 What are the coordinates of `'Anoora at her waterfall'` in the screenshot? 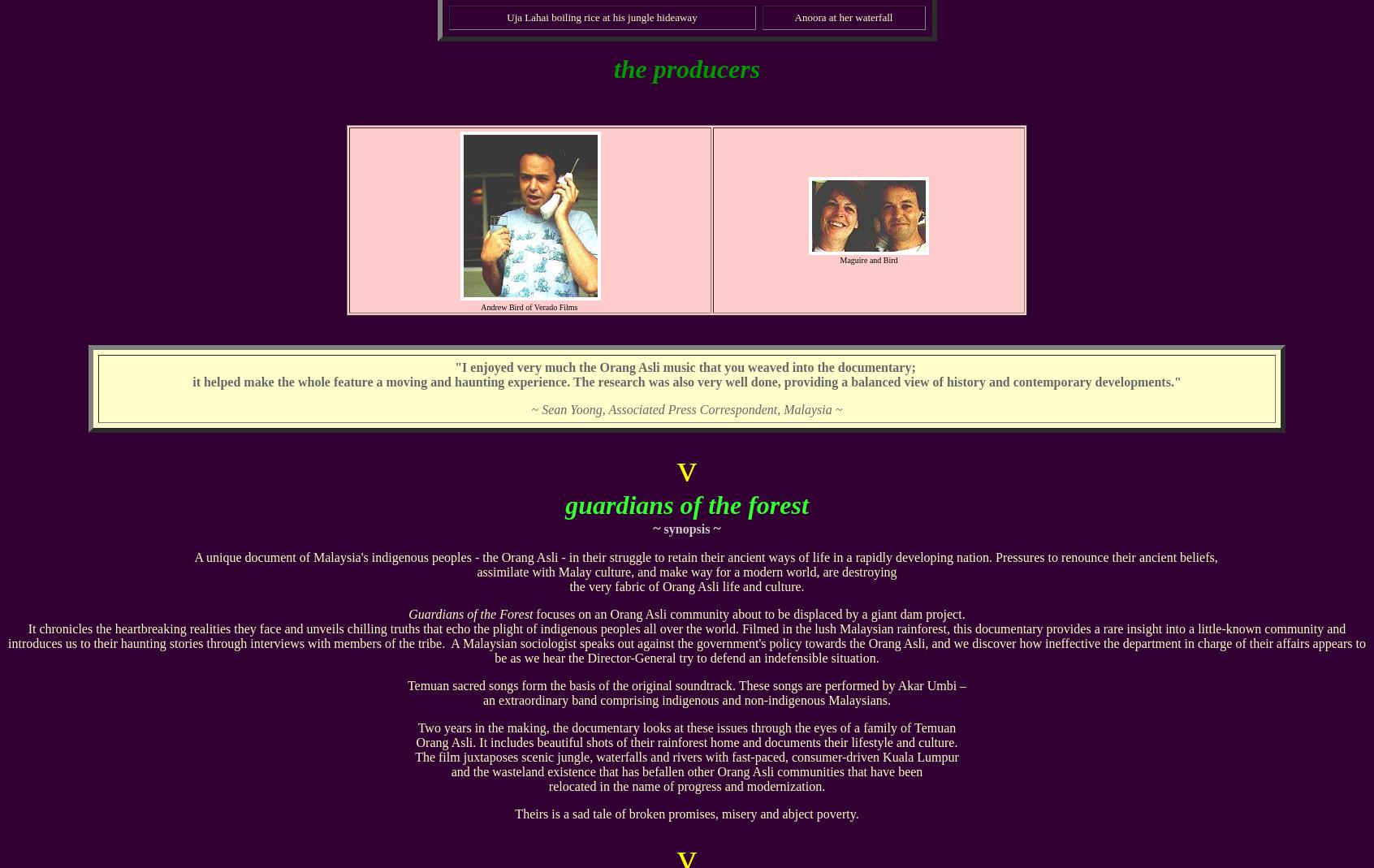 It's located at (842, 16).